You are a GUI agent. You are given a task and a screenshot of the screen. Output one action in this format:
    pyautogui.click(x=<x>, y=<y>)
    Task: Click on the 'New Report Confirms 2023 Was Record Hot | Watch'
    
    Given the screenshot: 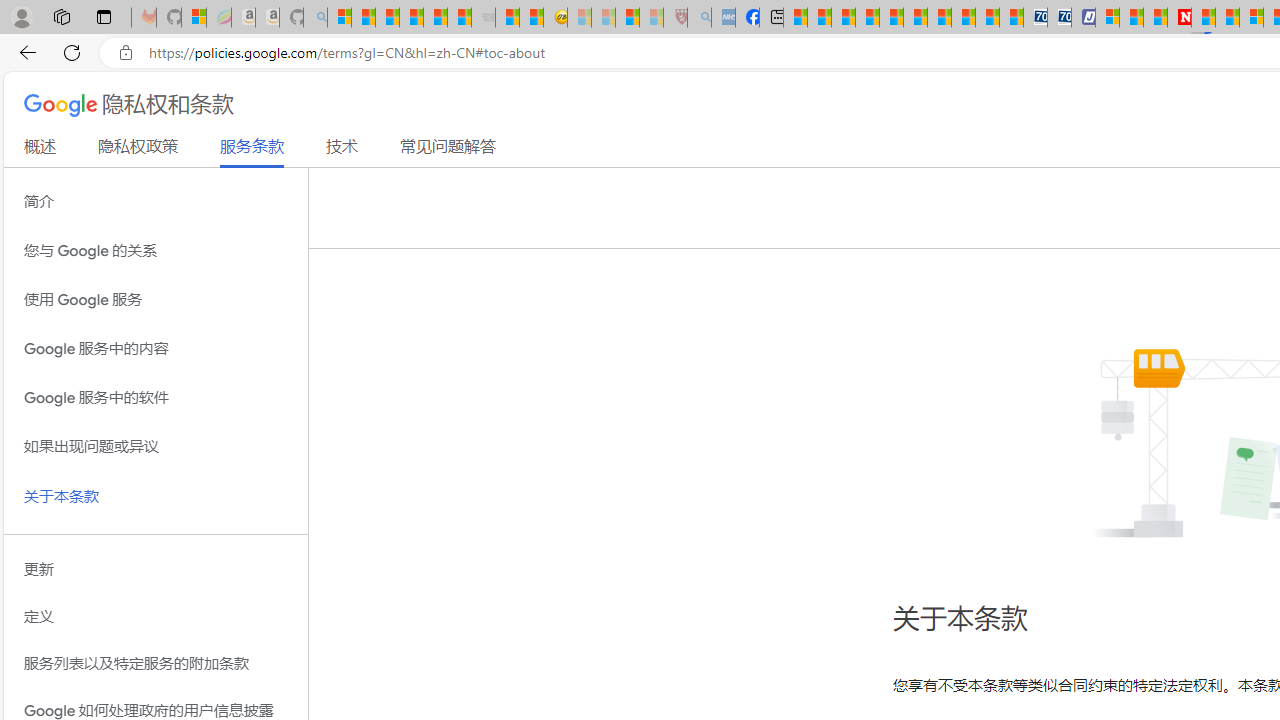 What is the action you would take?
    pyautogui.click(x=434, y=17)
    